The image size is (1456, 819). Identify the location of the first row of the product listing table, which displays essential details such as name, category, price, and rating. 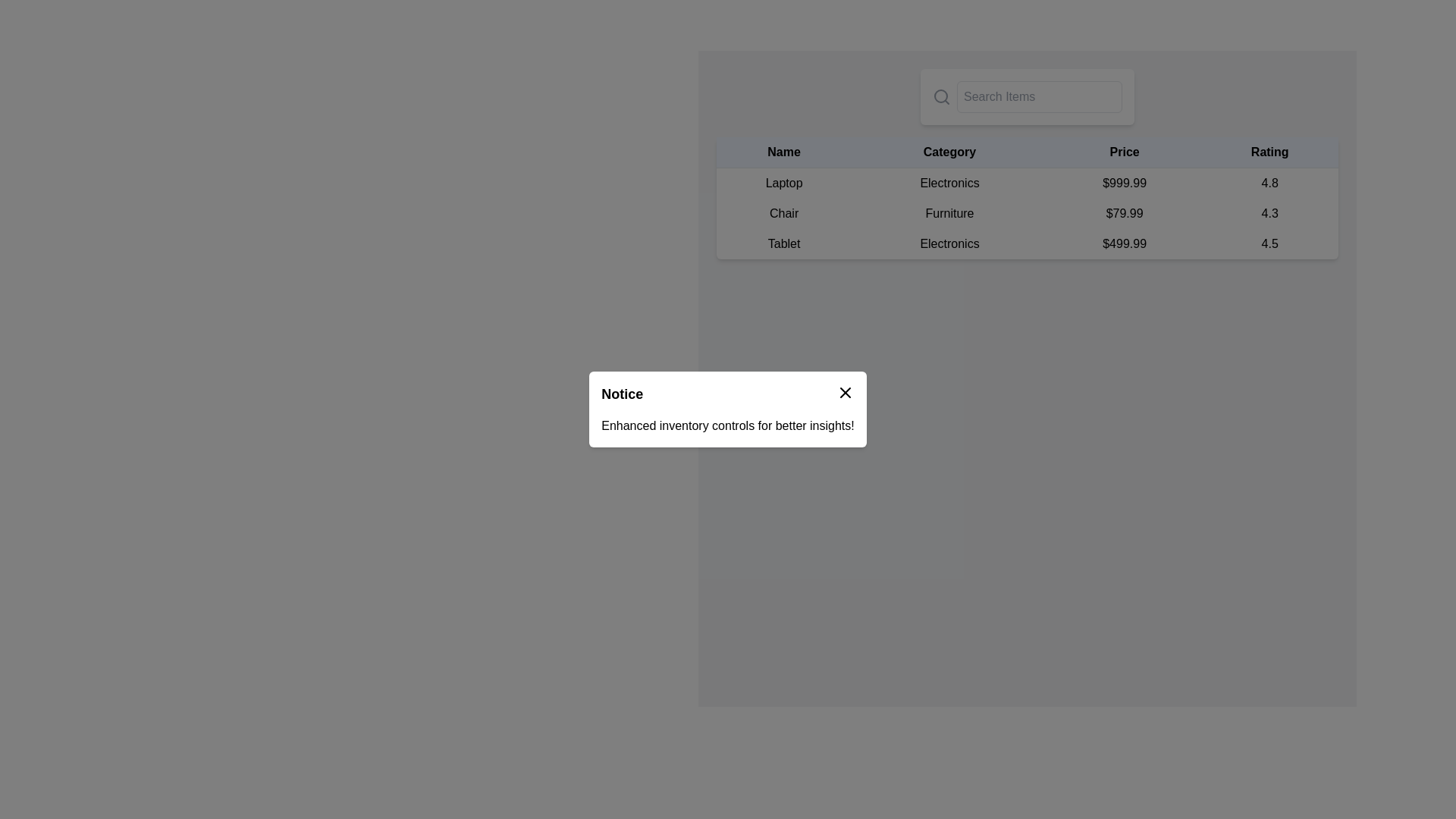
(1027, 181).